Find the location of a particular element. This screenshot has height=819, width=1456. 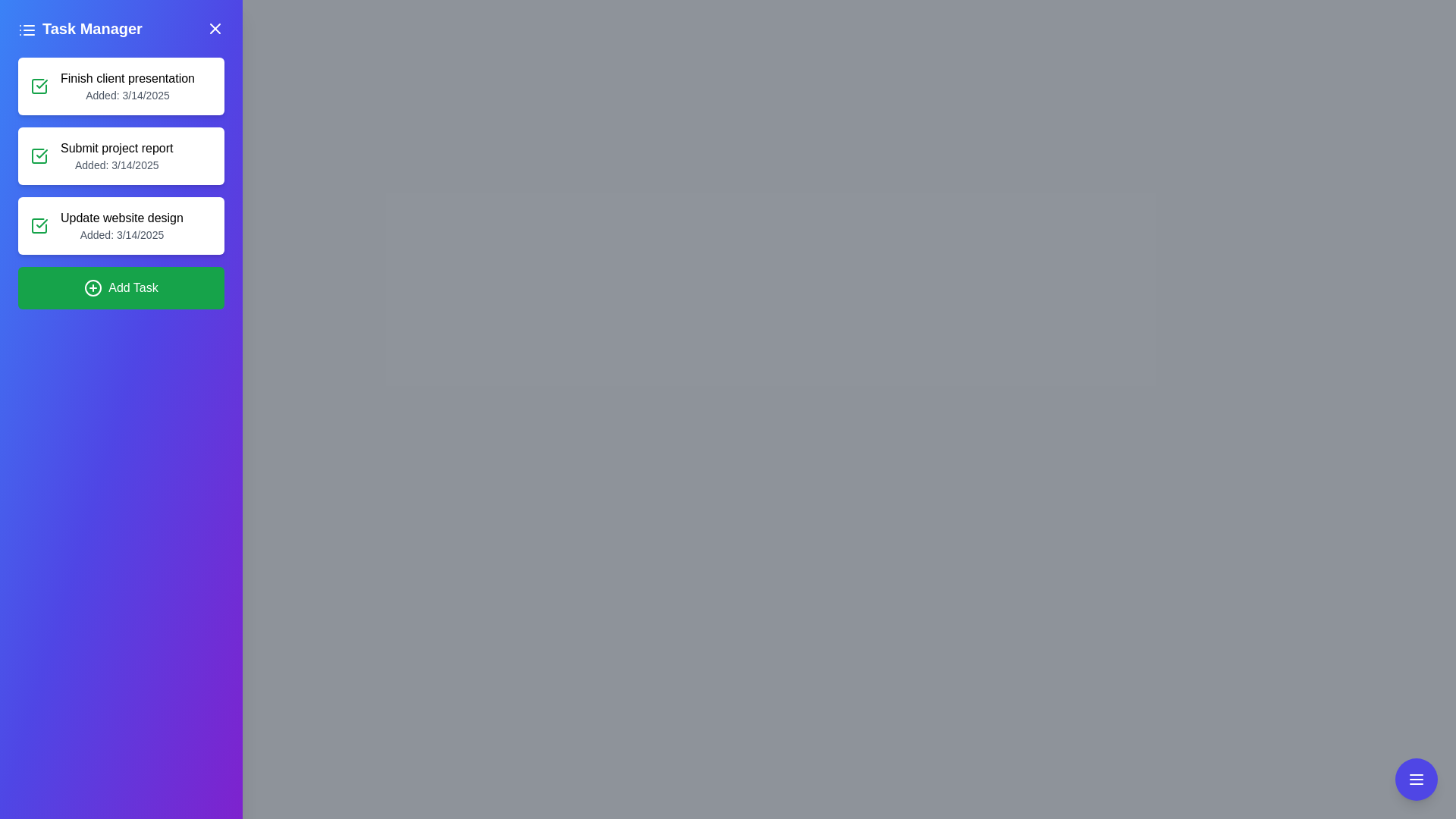

the small, square-shaped button with a white 'X' icon in the top-right corner of the 'Task Manager' header section is located at coordinates (214, 29).